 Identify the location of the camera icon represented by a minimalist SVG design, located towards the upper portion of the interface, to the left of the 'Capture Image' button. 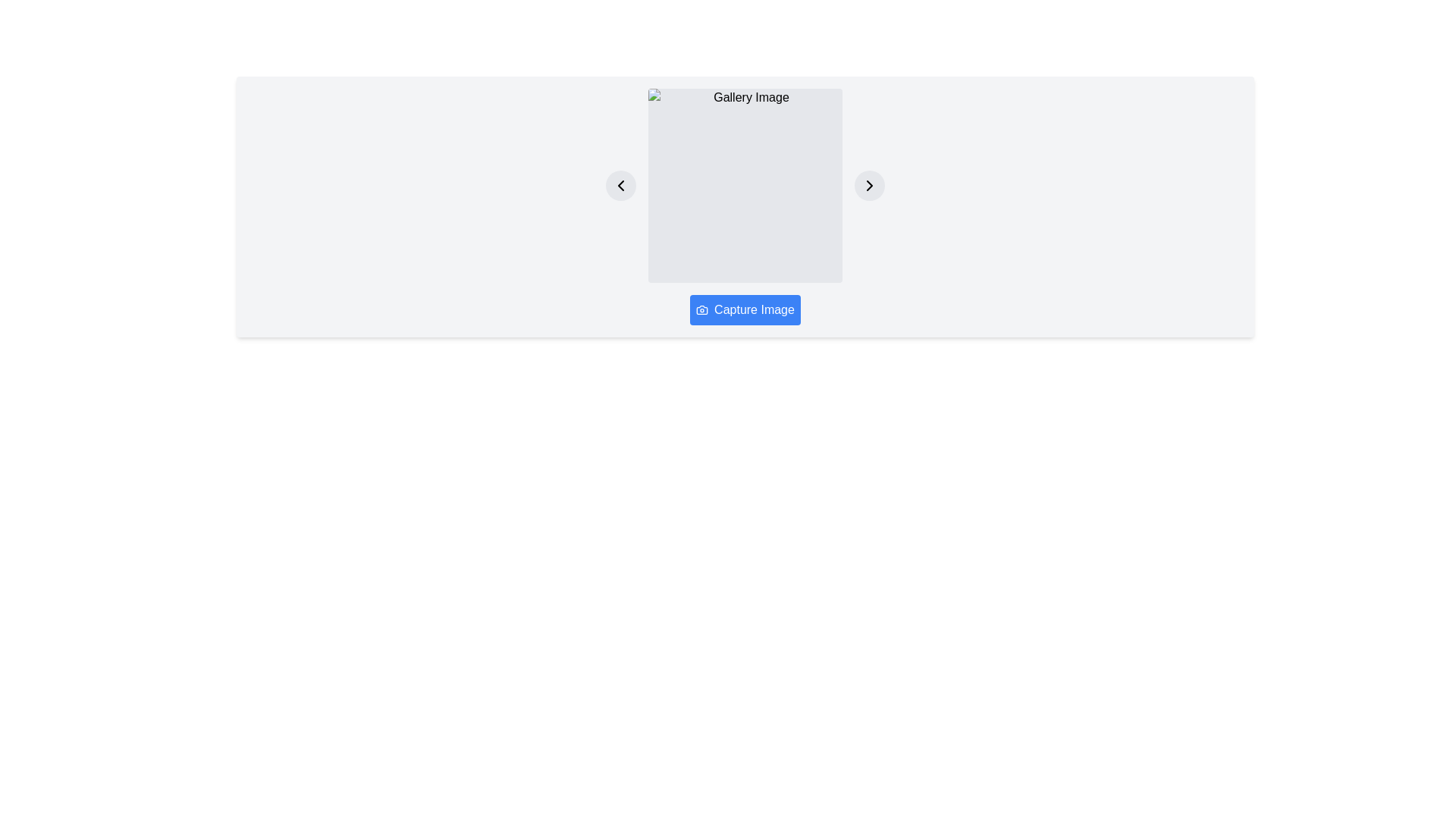
(701, 309).